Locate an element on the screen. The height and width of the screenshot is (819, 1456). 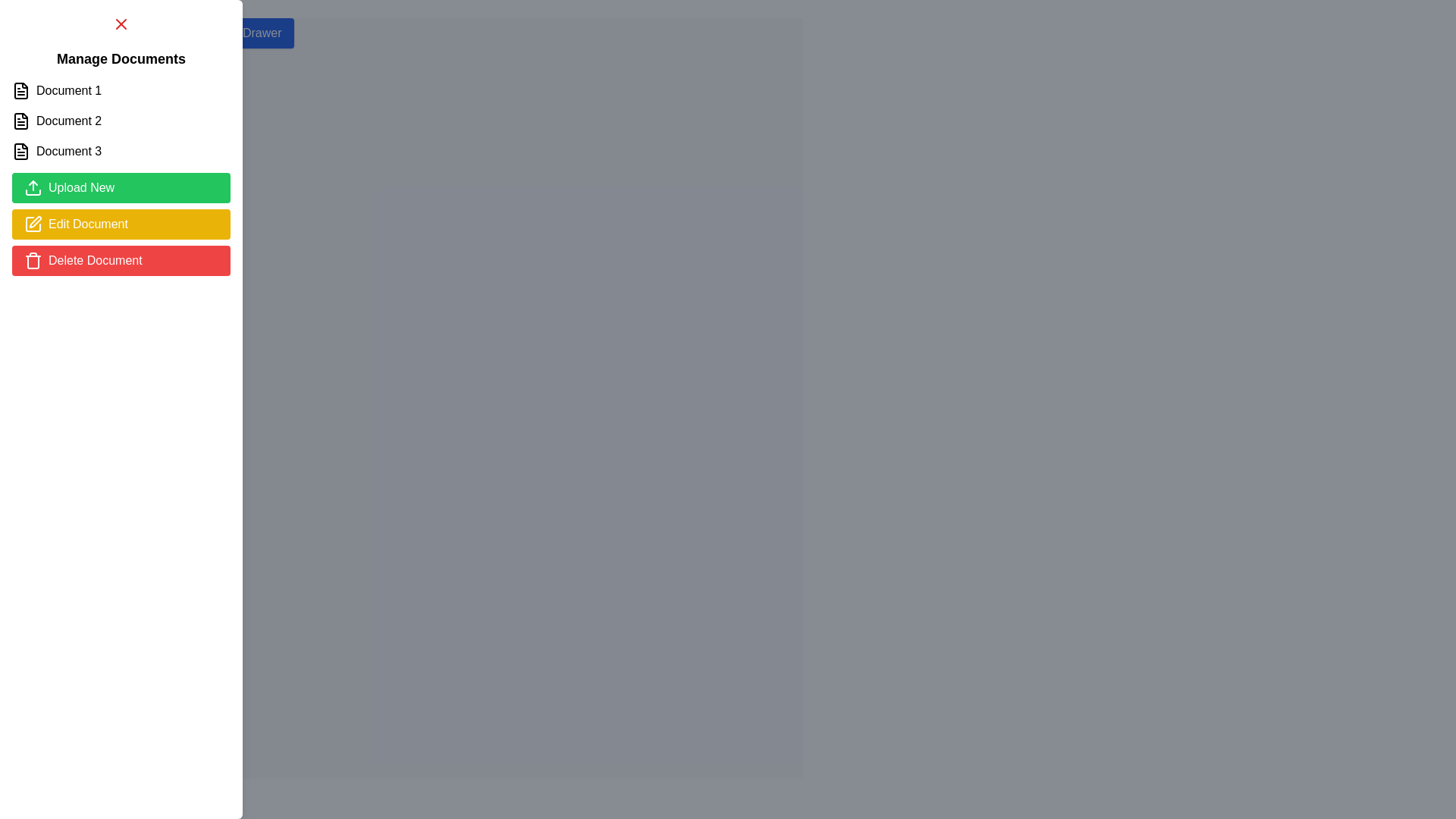
the 'X' icon in the top-left section of the sidebar that serves as a close or exit button is located at coordinates (120, 24).